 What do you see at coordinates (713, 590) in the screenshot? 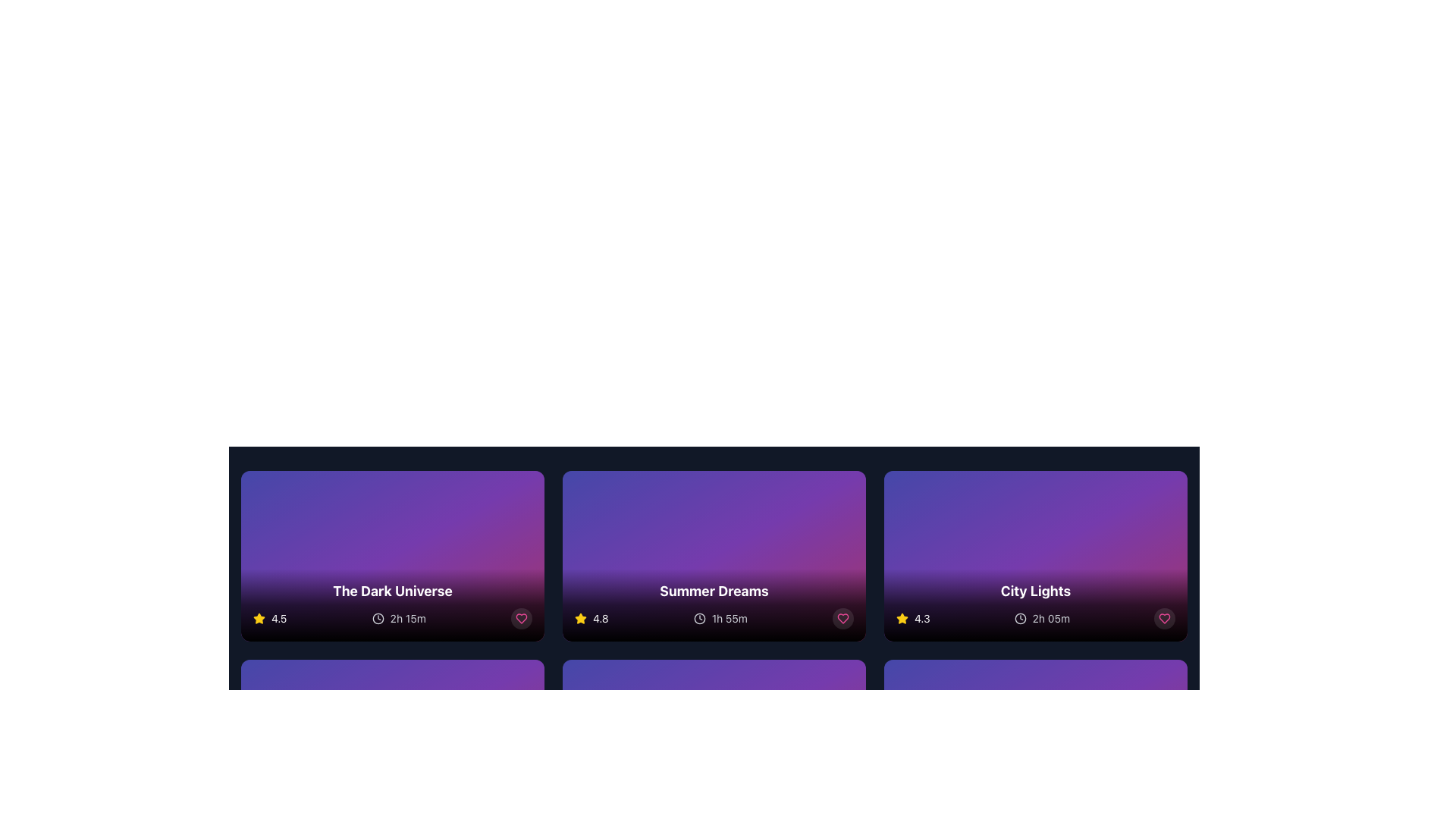
I see `the Text label located at the bottom portion of the central card in the second row of the grid structure, which represents the title or name of the card` at bounding box center [713, 590].